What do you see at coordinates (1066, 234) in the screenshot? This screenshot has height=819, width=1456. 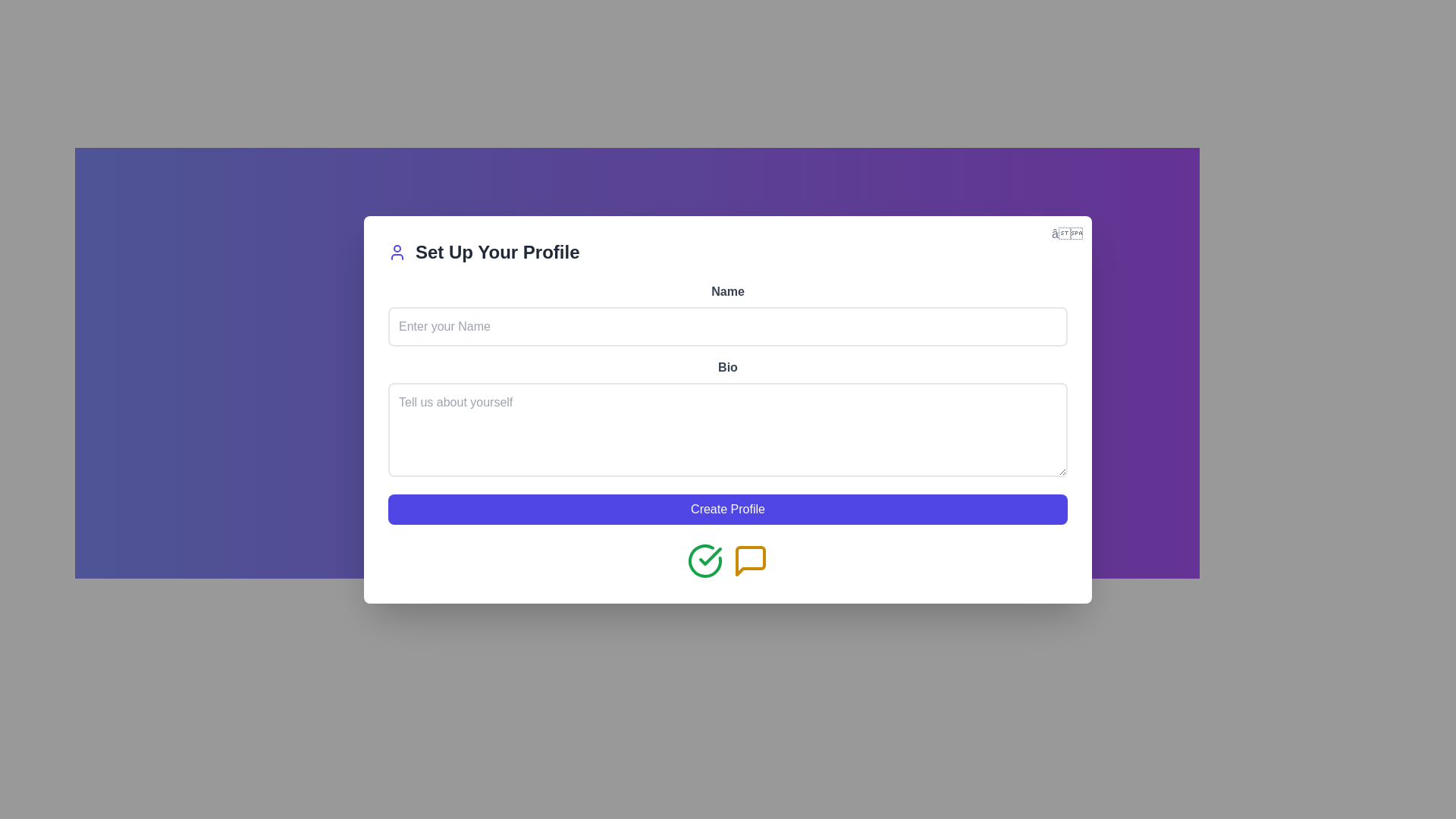 I see `the close button located at the top-right corner of the modal dialog` at bounding box center [1066, 234].